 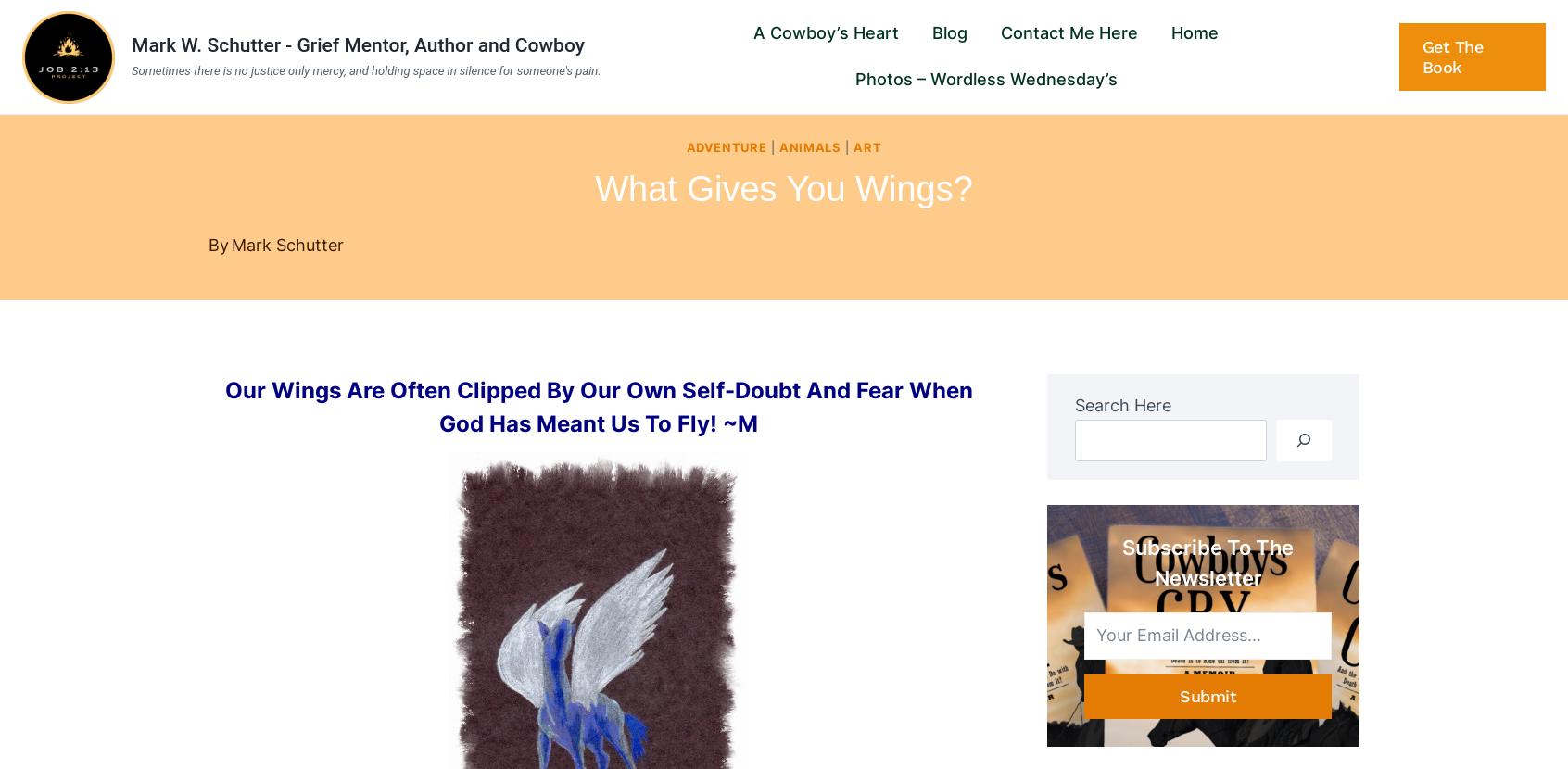 What do you see at coordinates (783, 189) in the screenshot?
I see `'What gives you wings?'` at bounding box center [783, 189].